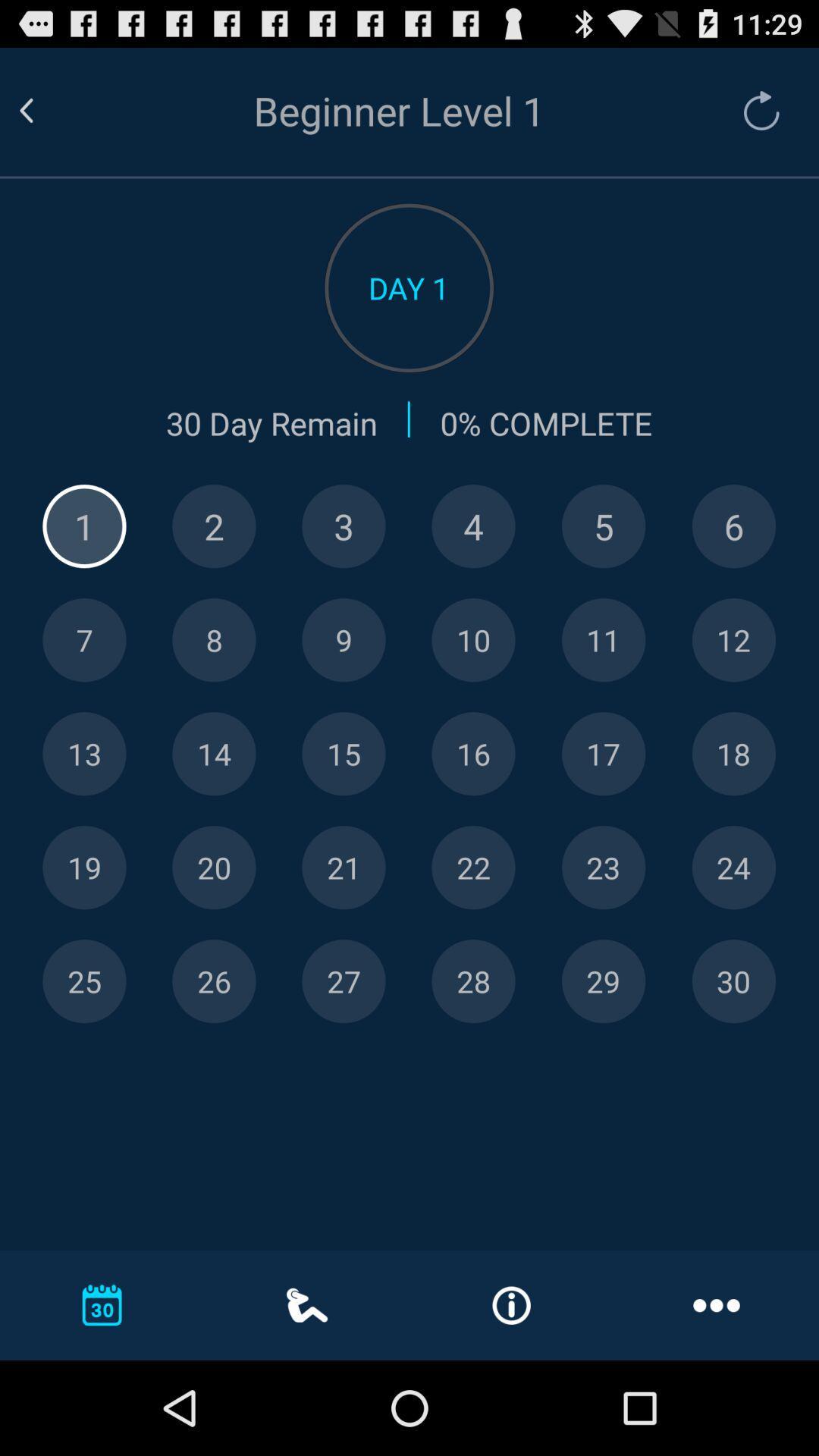 This screenshot has width=819, height=1456. I want to click on the skip_next icon, so click(214, 927).